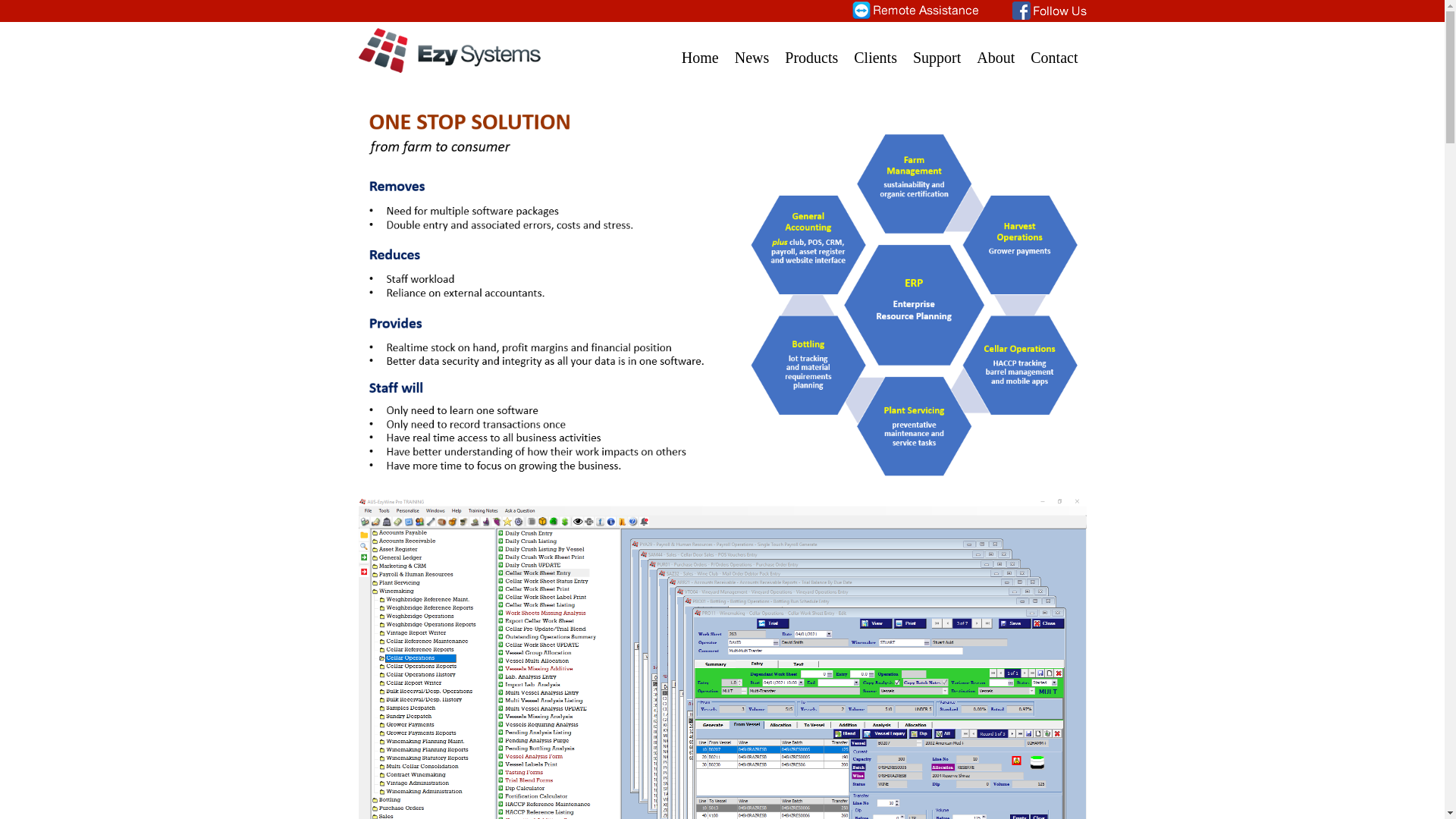 This screenshot has height=819, width=1456. What do you see at coordinates (752, 48) in the screenshot?
I see `'News'` at bounding box center [752, 48].